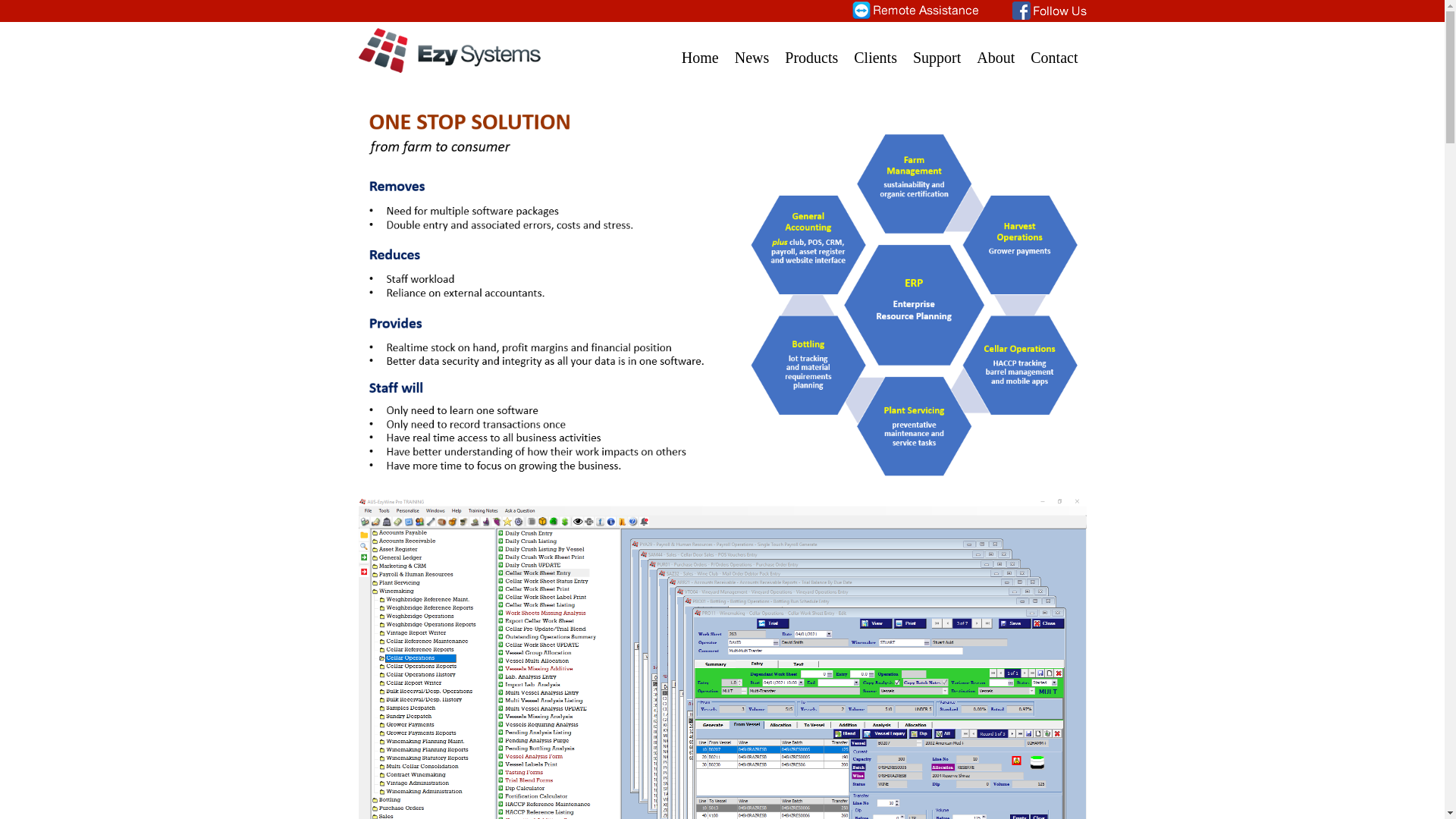 This screenshot has height=819, width=1456. What do you see at coordinates (752, 48) in the screenshot?
I see `'News'` at bounding box center [752, 48].